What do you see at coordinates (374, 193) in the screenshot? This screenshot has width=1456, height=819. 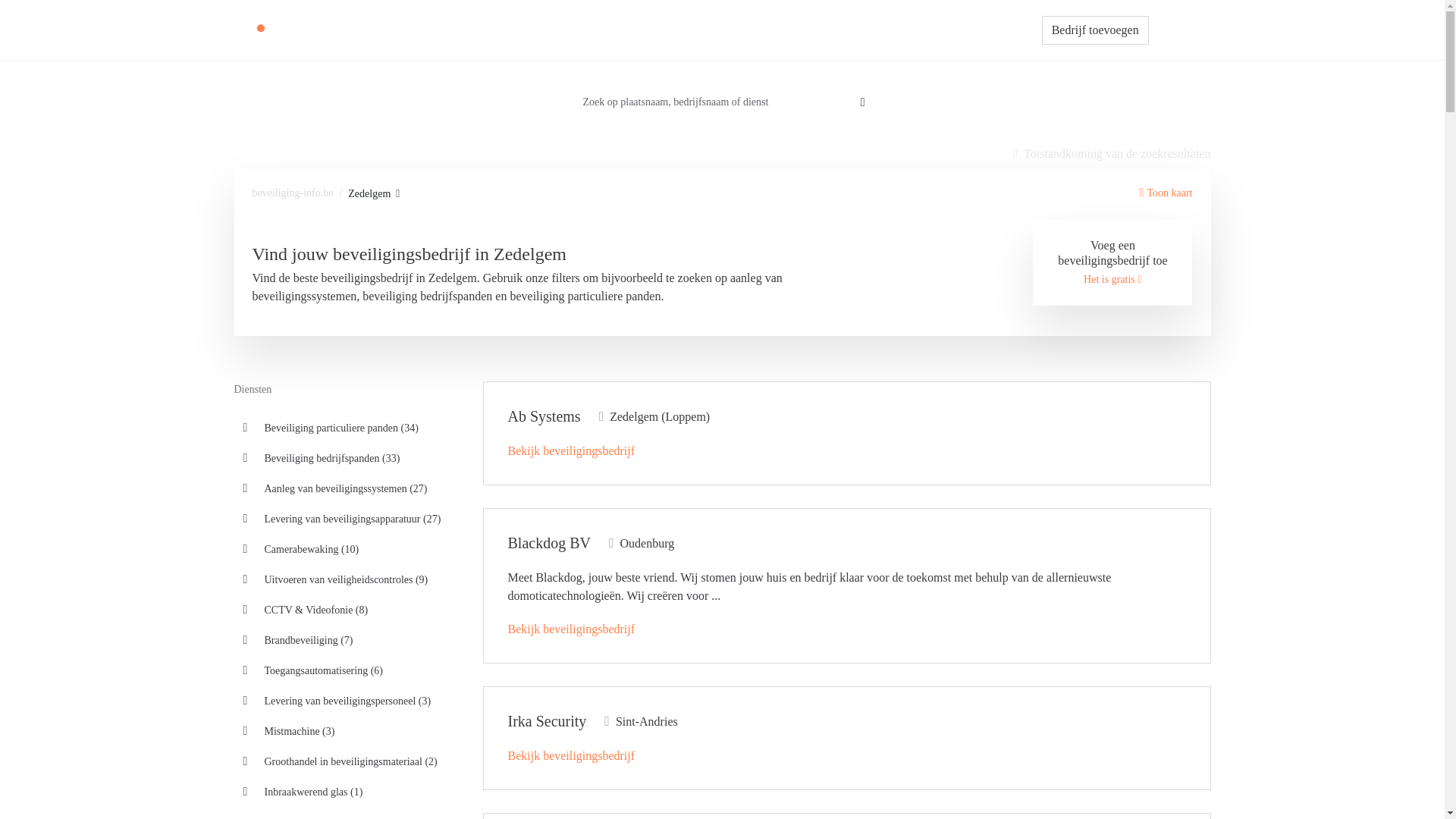 I see `'Zedelgem'` at bounding box center [374, 193].